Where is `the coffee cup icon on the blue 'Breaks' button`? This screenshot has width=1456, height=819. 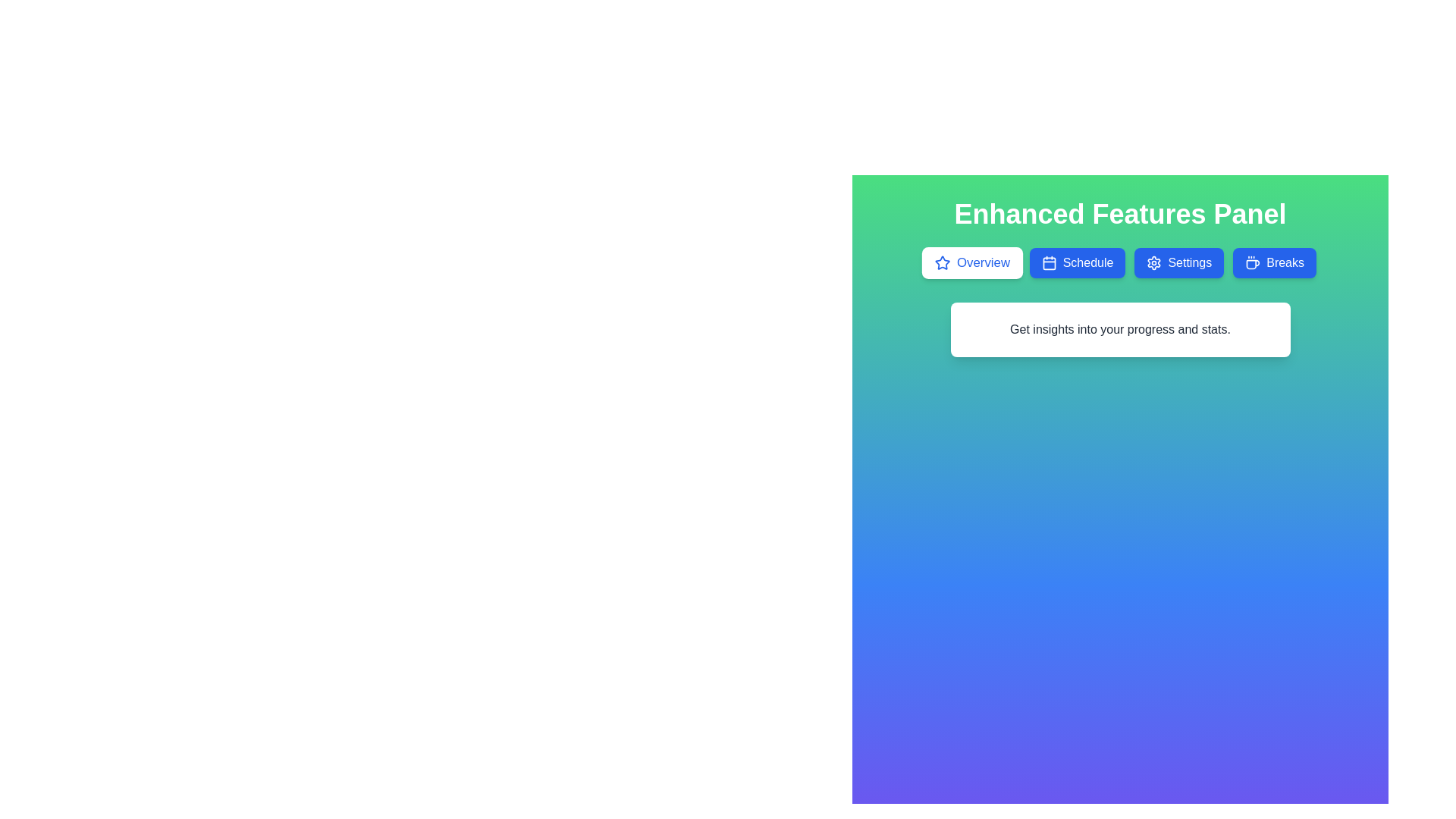 the coffee cup icon on the blue 'Breaks' button is located at coordinates (1253, 262).